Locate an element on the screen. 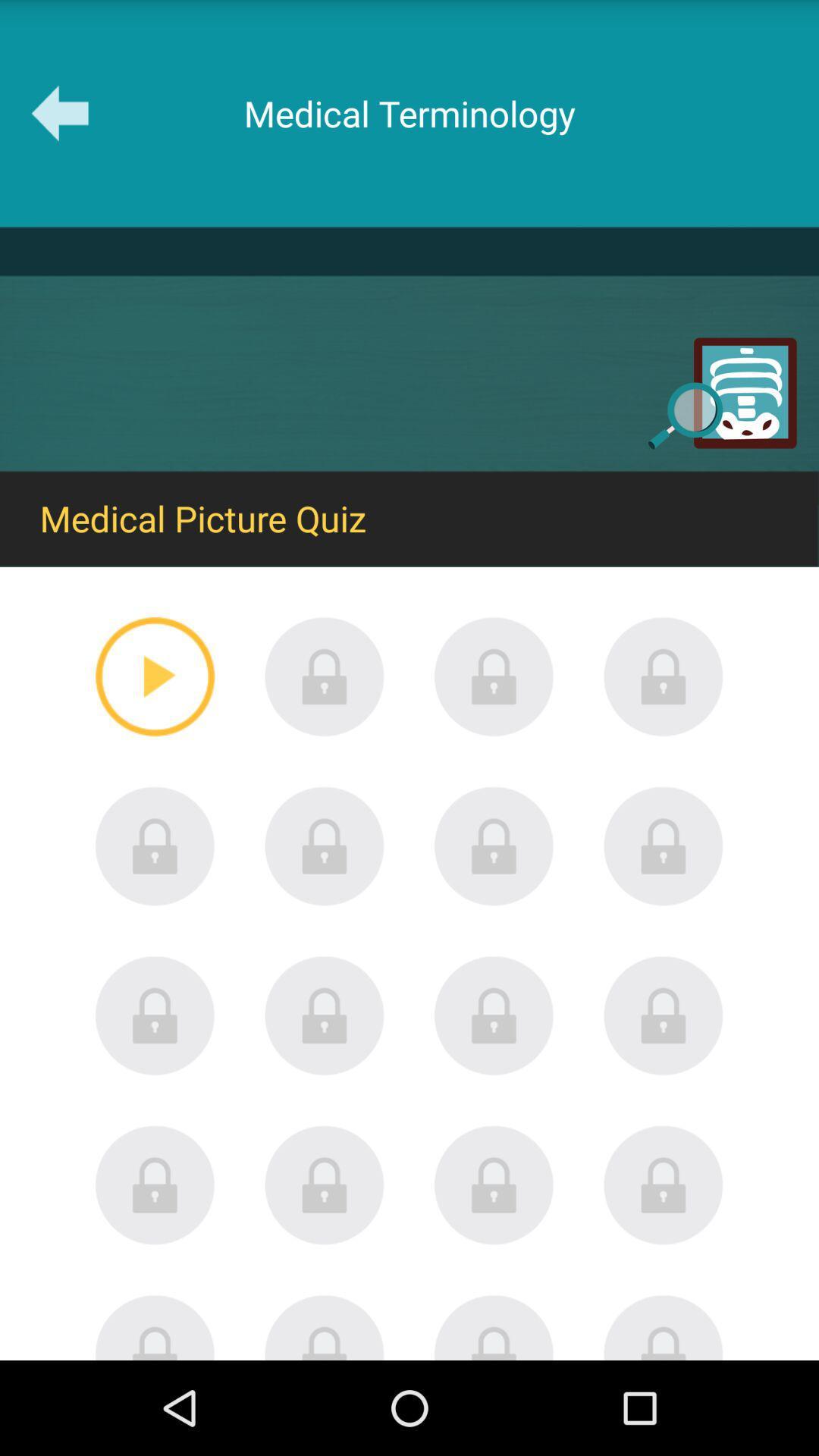 The height and width of the screenshot is (1456, 819). the lock icon is located at coordinates (155, 905).